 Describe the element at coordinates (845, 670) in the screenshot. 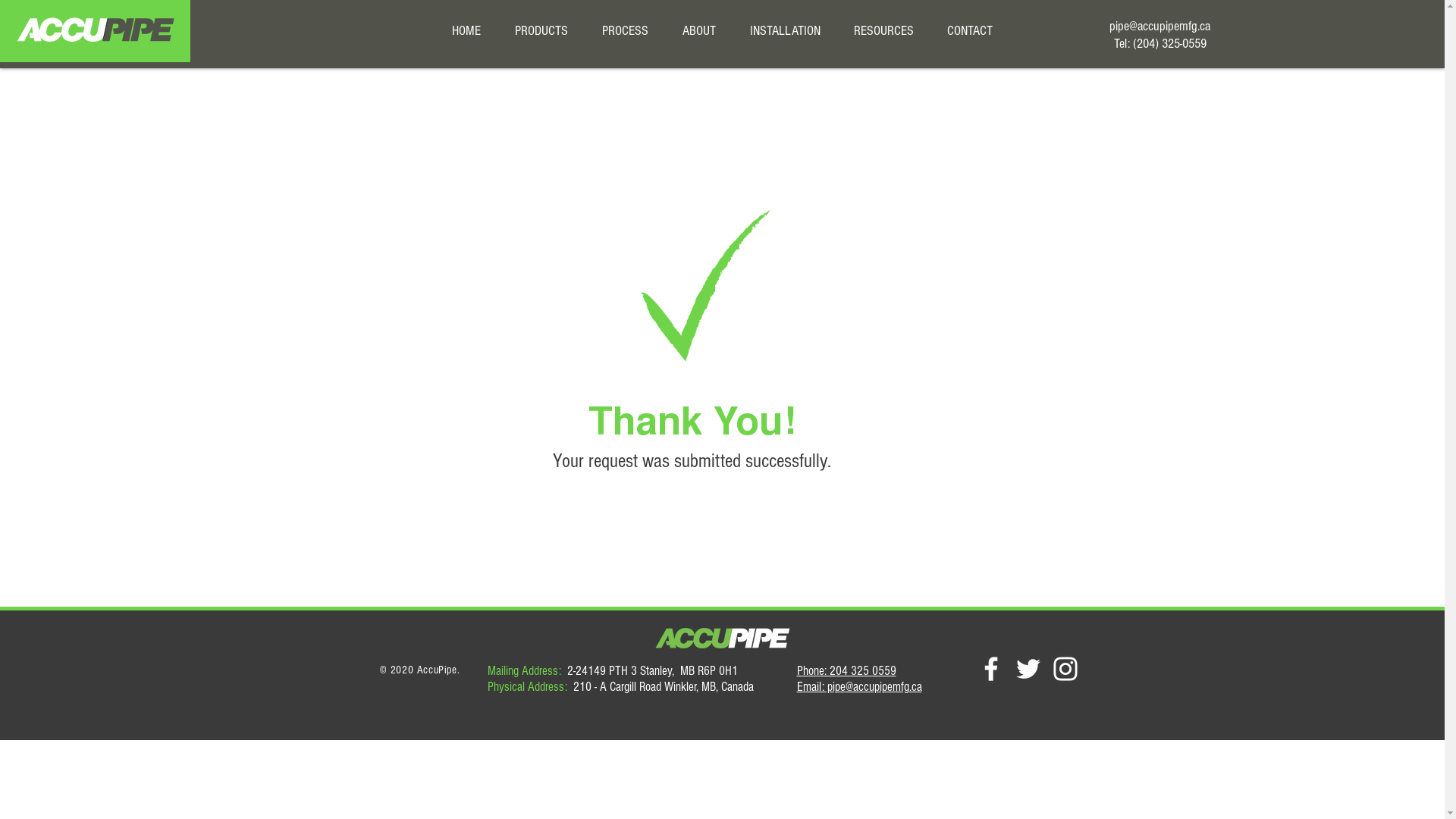

I see `'Phone: 204 325 0559'` at that location.